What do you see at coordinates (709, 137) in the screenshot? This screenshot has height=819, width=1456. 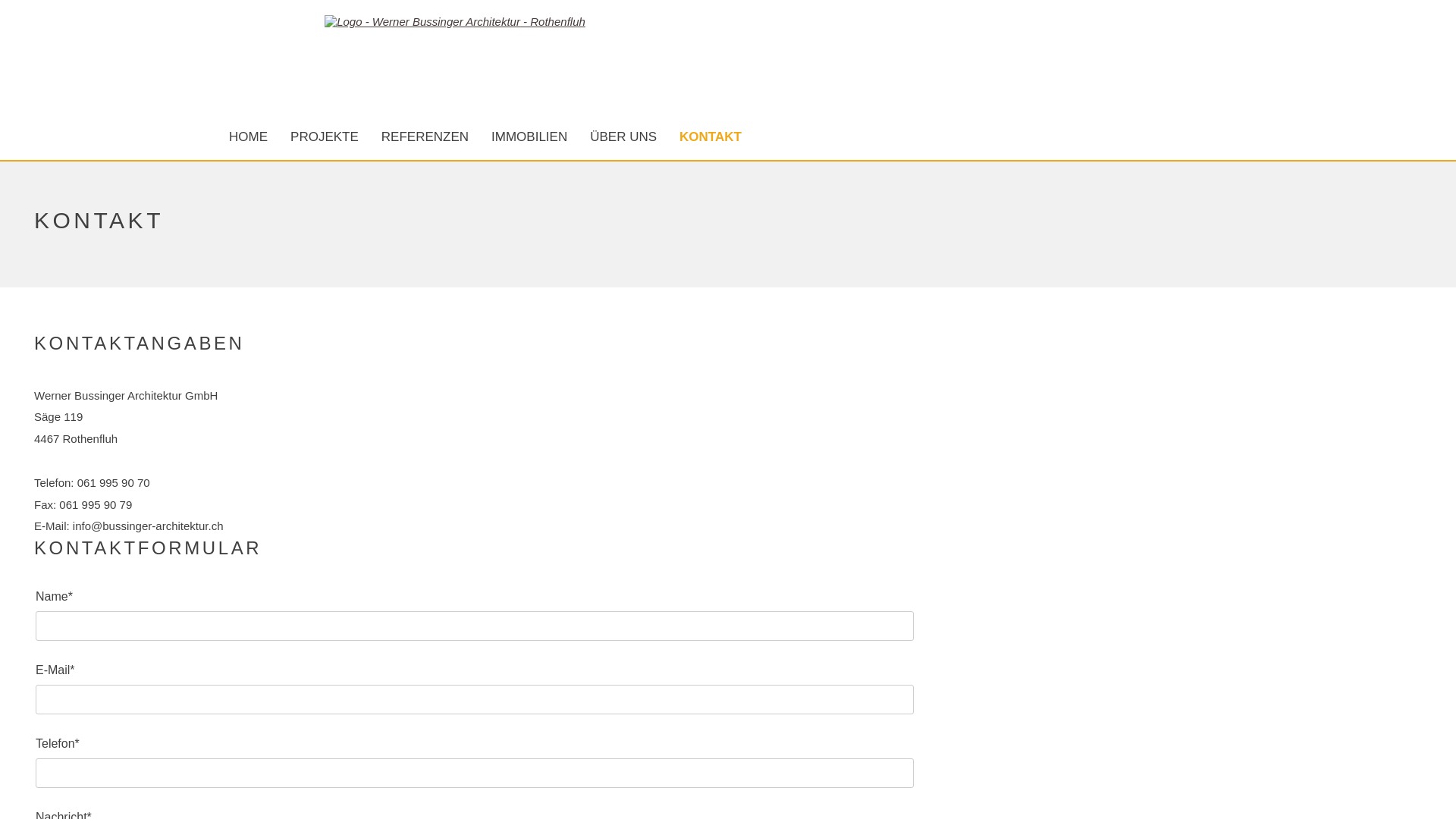 I see `'KONTAKT'` at bounding box center [709, 137].